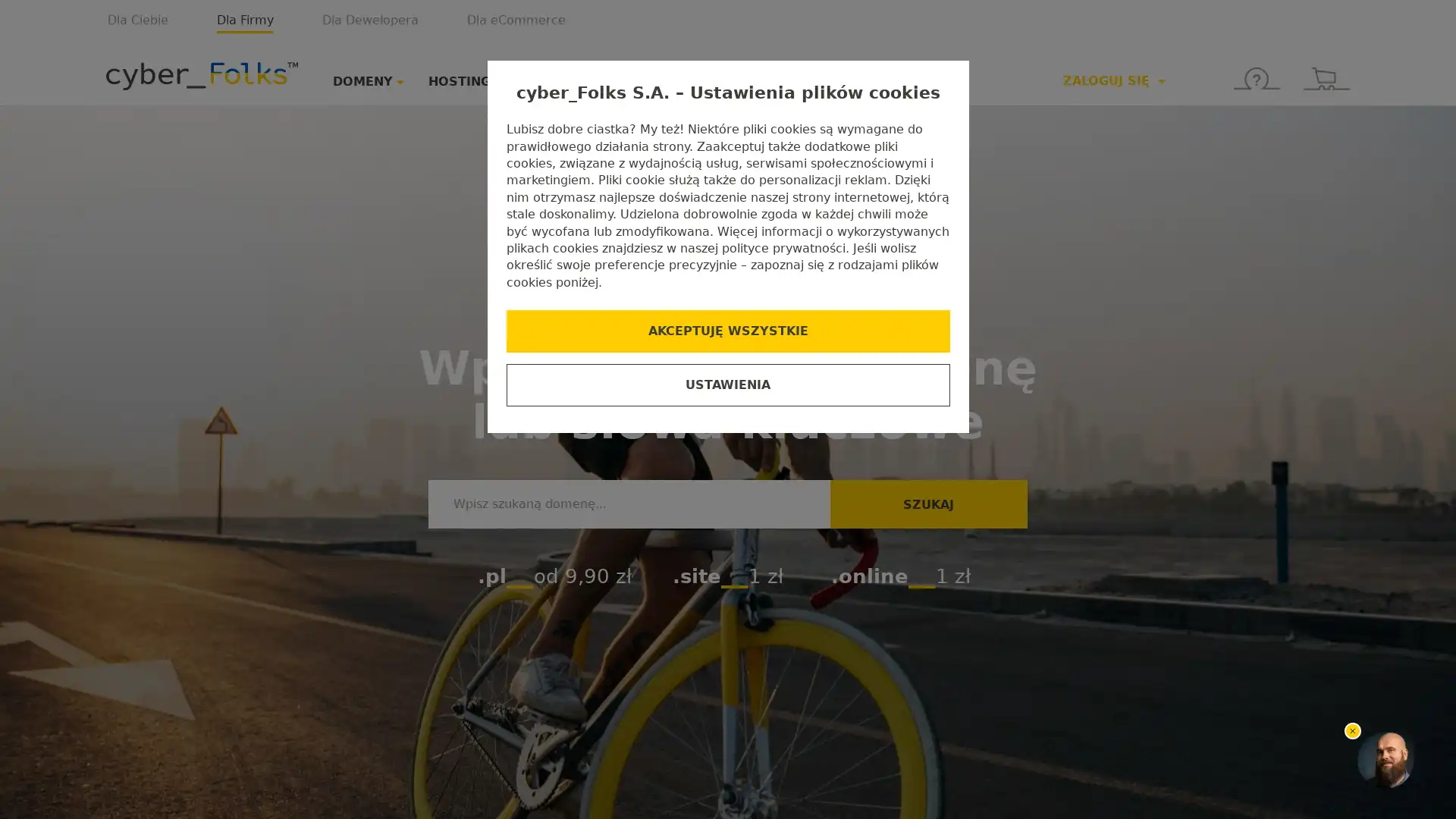 Image resolution: width=1456 pixels, height=819 pixels. What do you see at coordinates (726, 384) in the screenshot?
I see `USTAWIENIA` at bounding box center [726, 384].